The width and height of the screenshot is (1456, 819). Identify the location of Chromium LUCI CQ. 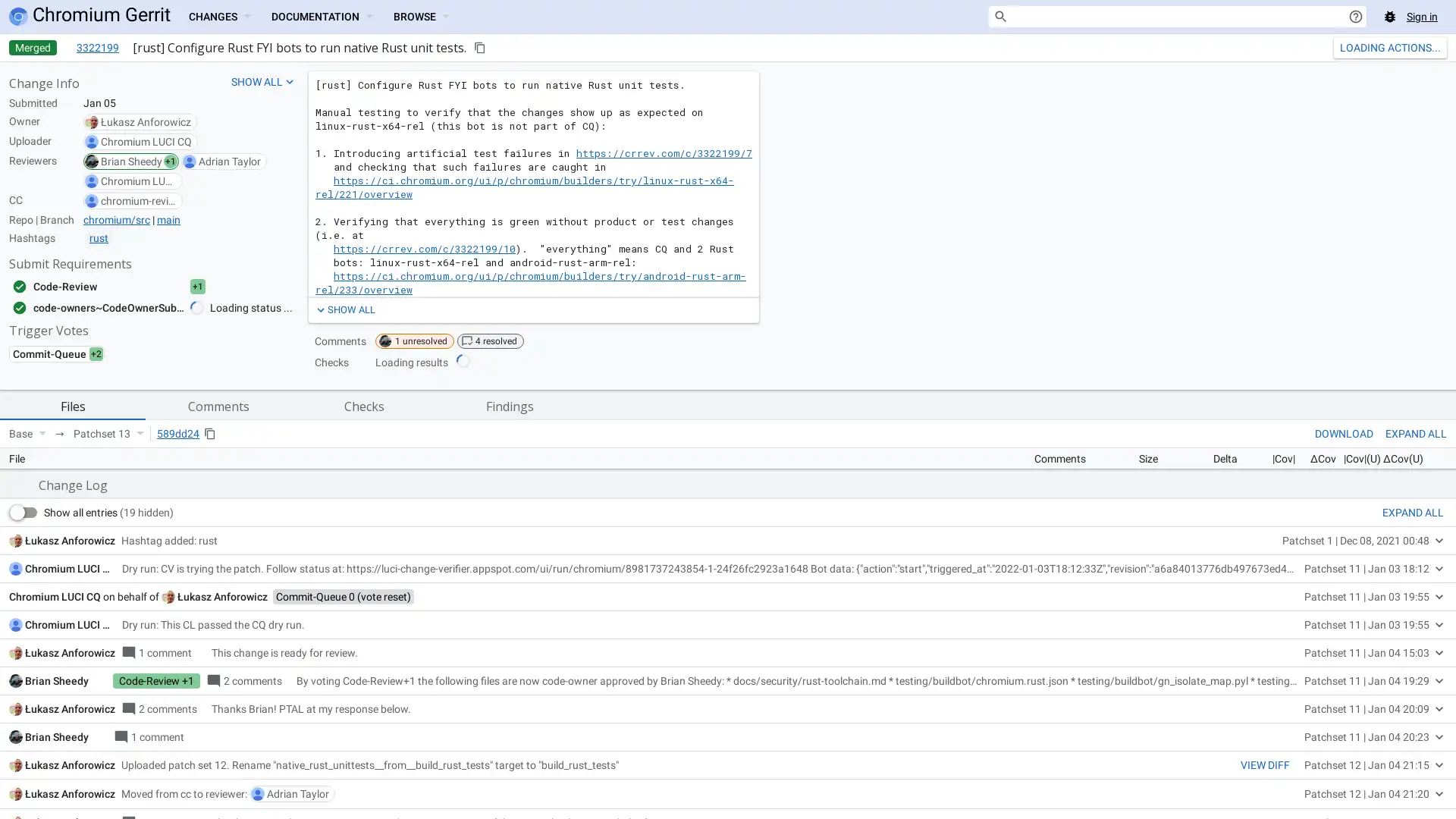
(146, 141).